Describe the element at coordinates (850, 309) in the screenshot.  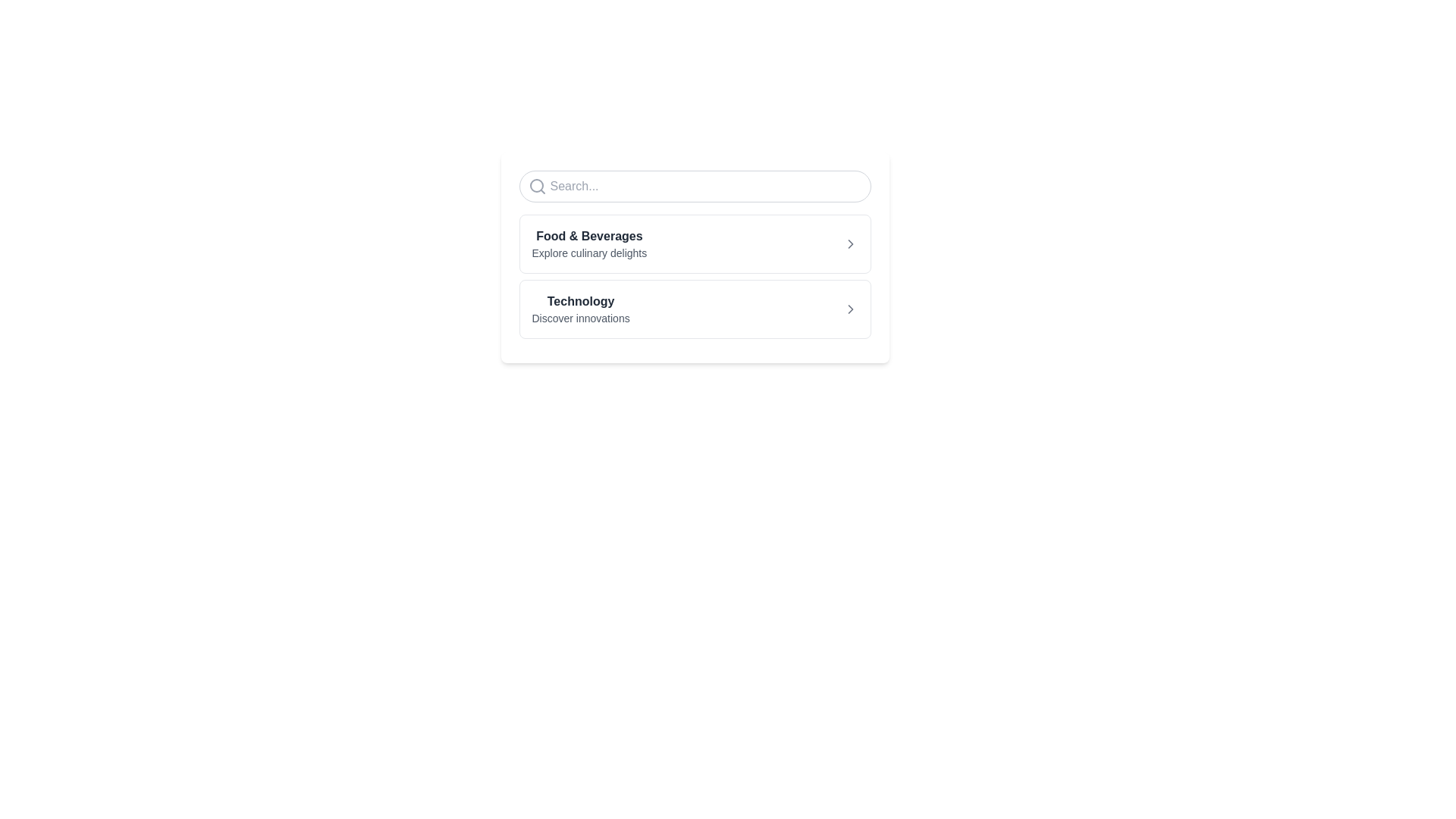
I see `the rightward-pointing chevron icon located at the far right of the 'Technology' category box, which is vertically centered and positioned after the text 'Discover innovations'` at that location.